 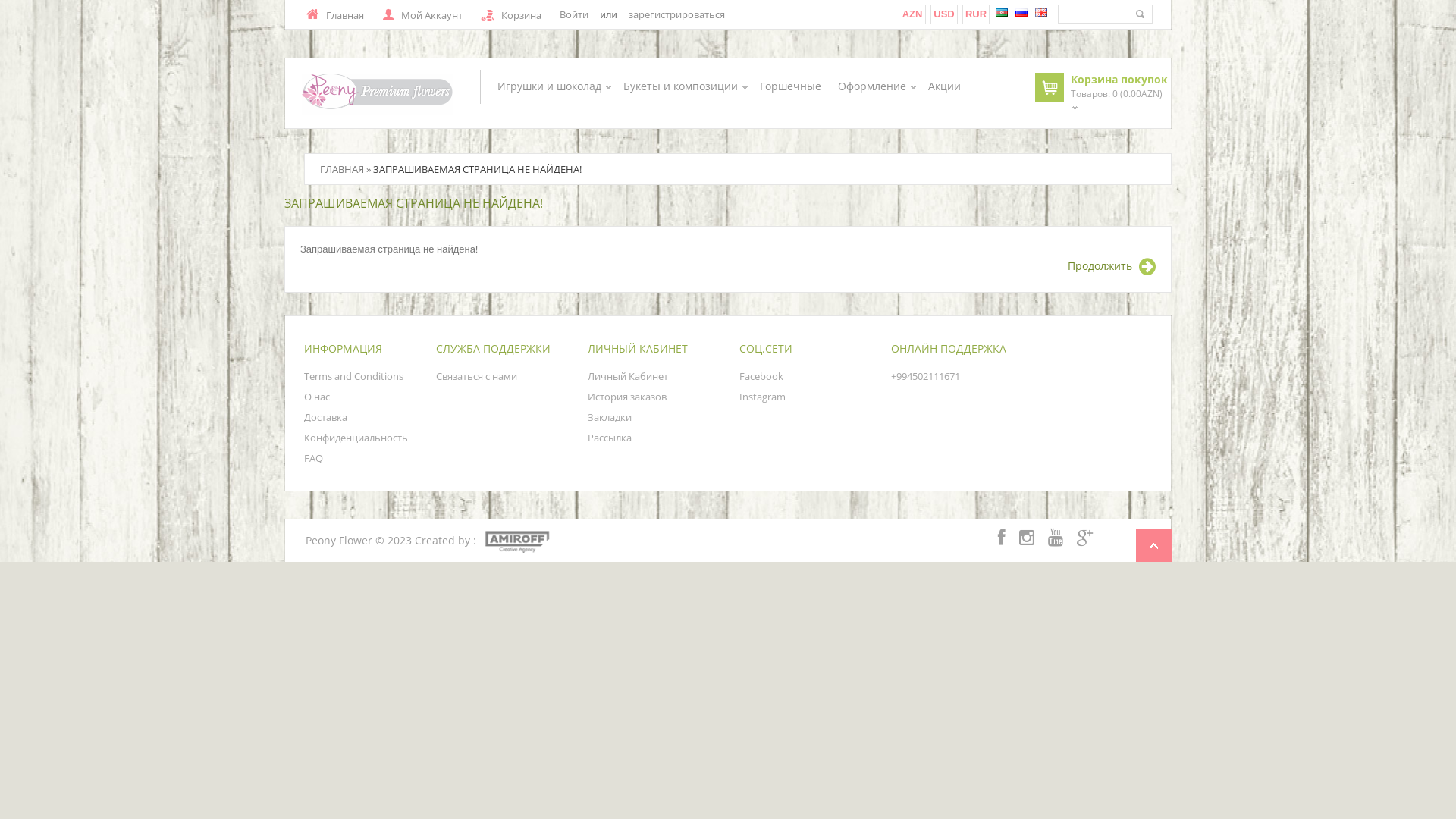 I want to click on 'RUR', so click(x=975, y=14).